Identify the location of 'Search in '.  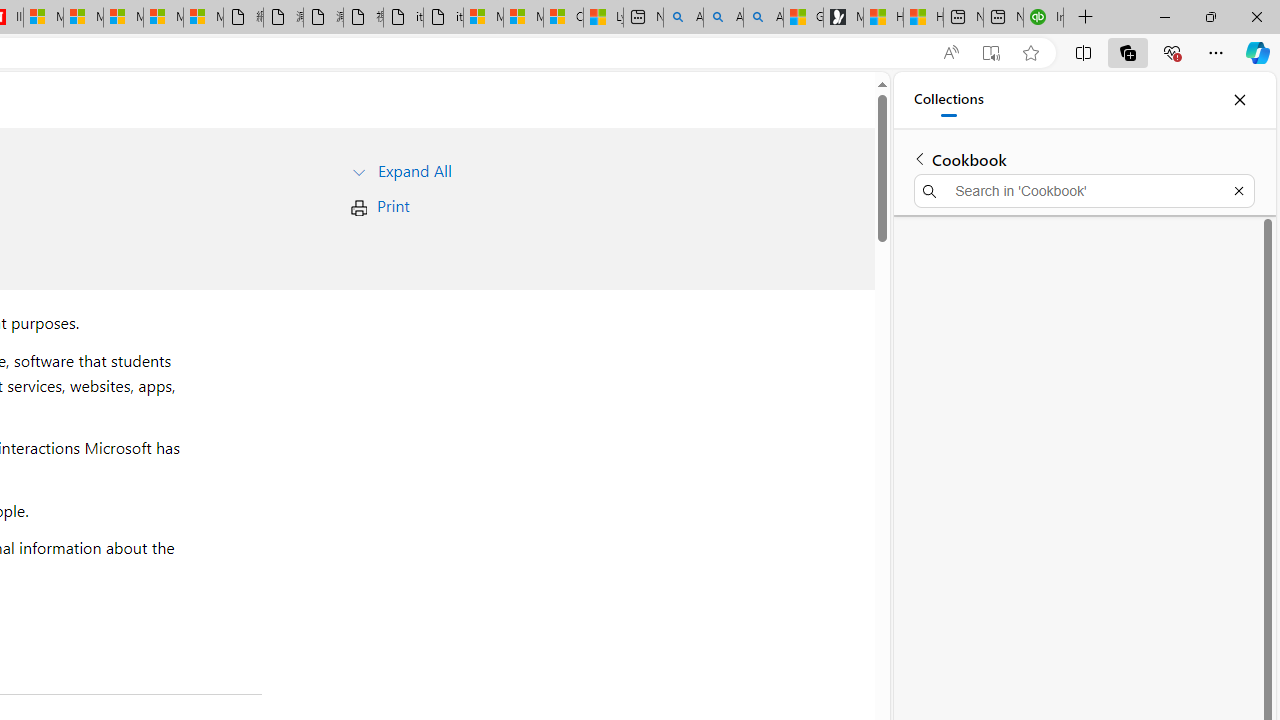
(1083, 191).